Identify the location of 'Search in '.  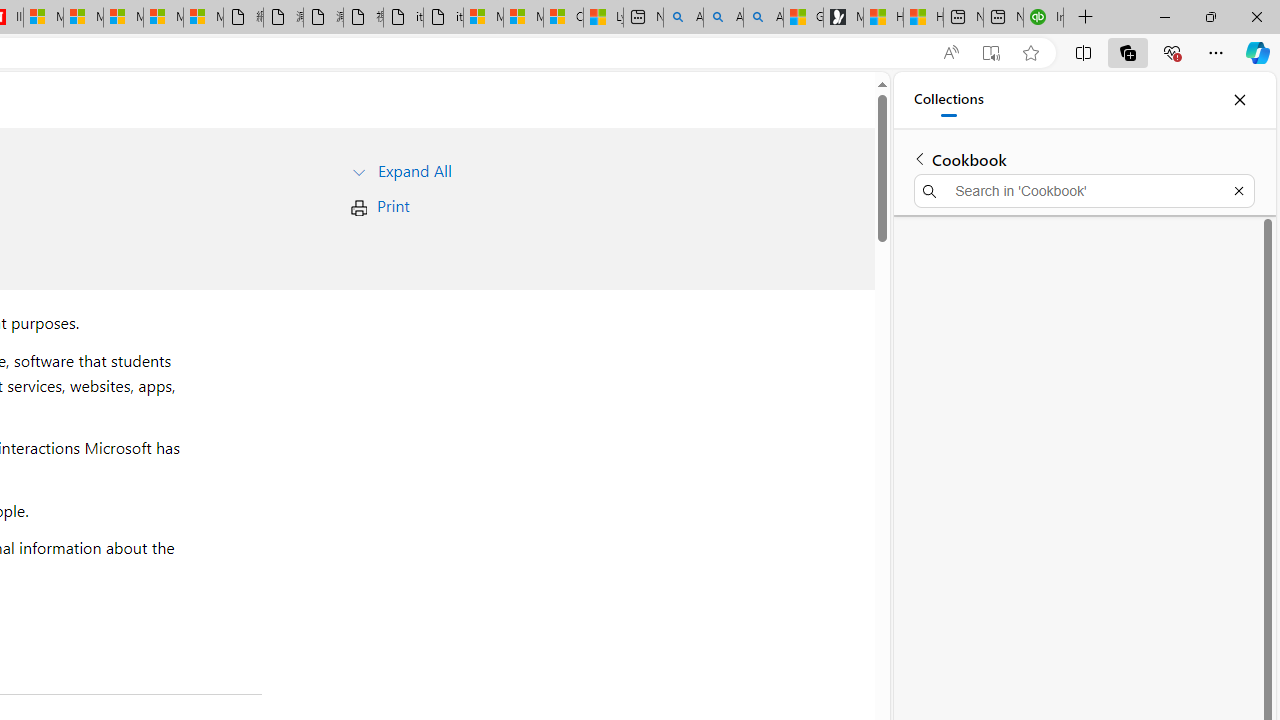
(1083, 191).